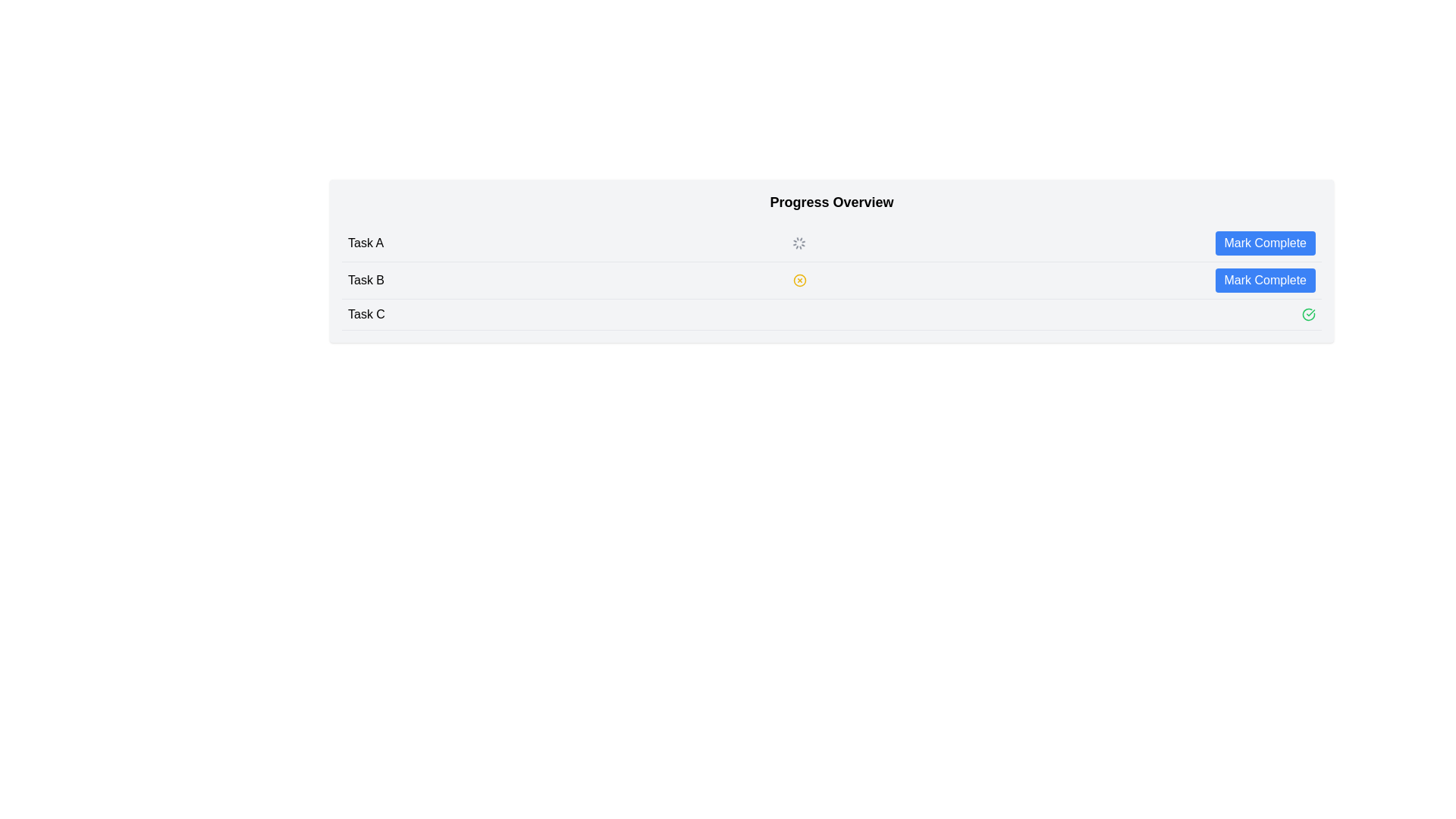  Describe the element at coordinates (1308, 314) in the screenshot. I see `the green circular icon with a checkmark indicating completion status, located to the right of the text 'Task C'` at that location.